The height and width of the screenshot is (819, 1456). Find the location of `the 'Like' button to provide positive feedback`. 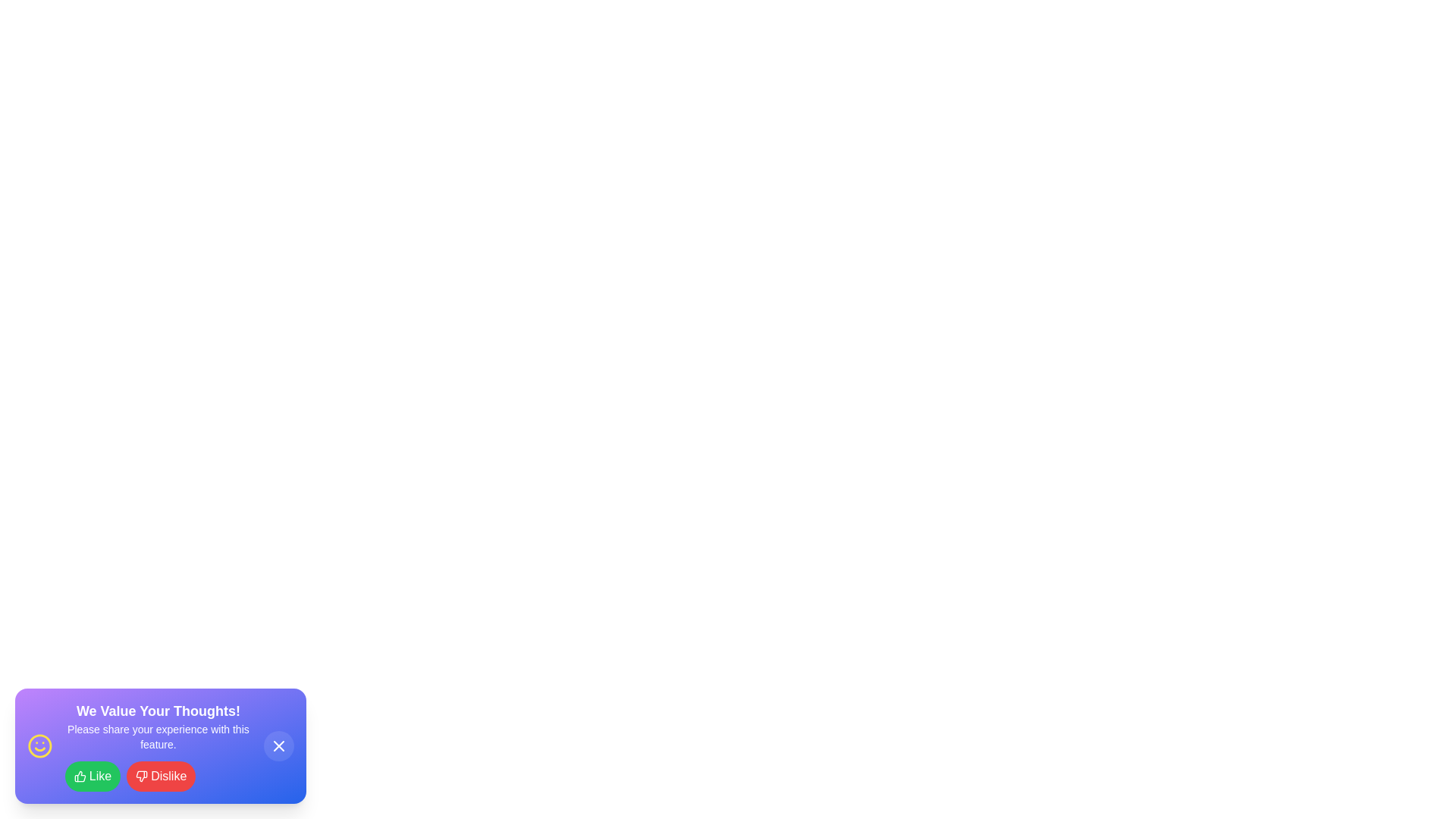

the 'Like' button to provide positive feedback is located at coordinates (92, 776).